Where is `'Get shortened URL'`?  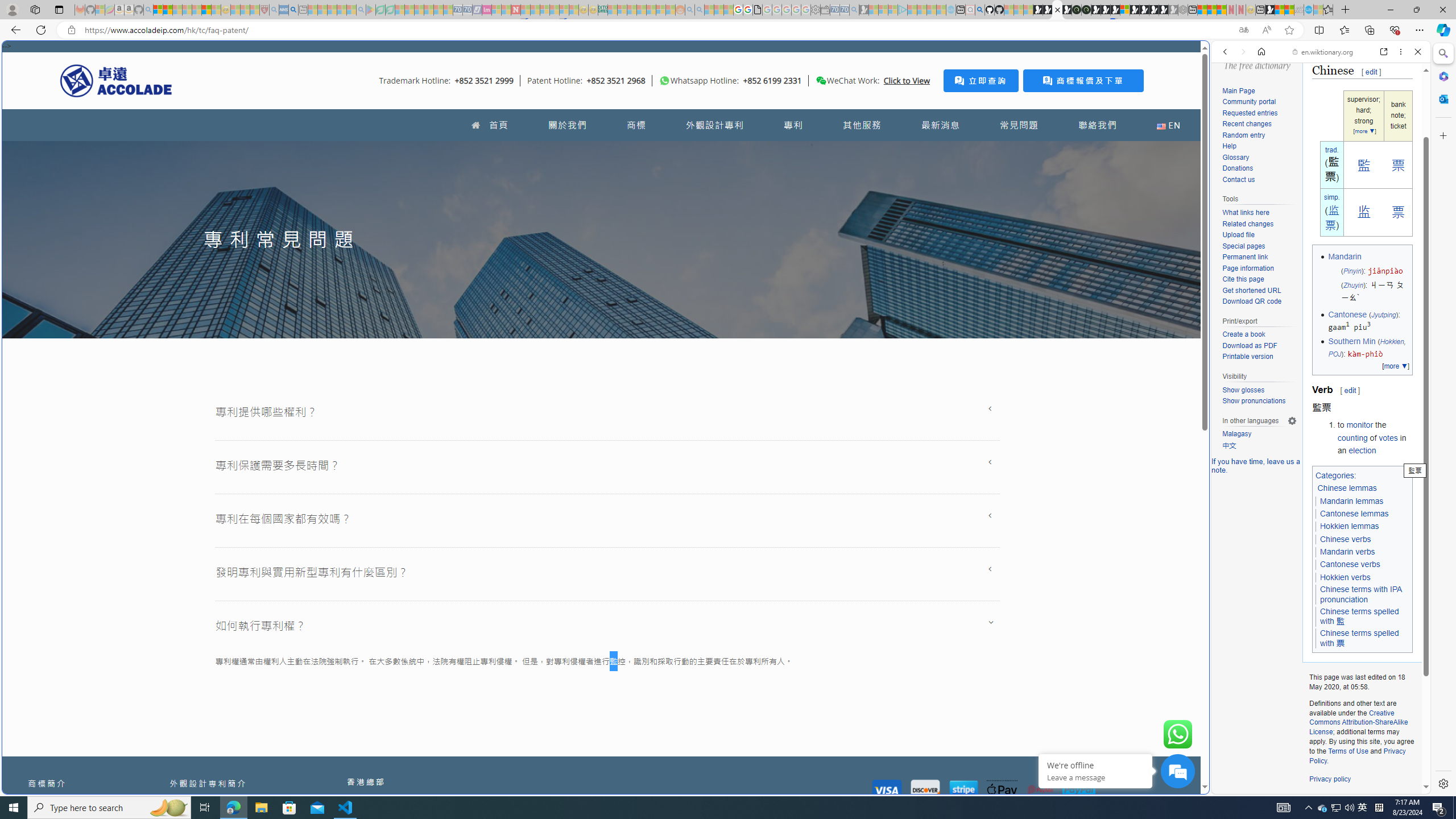
'Get shortened URL' is located at coordinates (1259, 290).